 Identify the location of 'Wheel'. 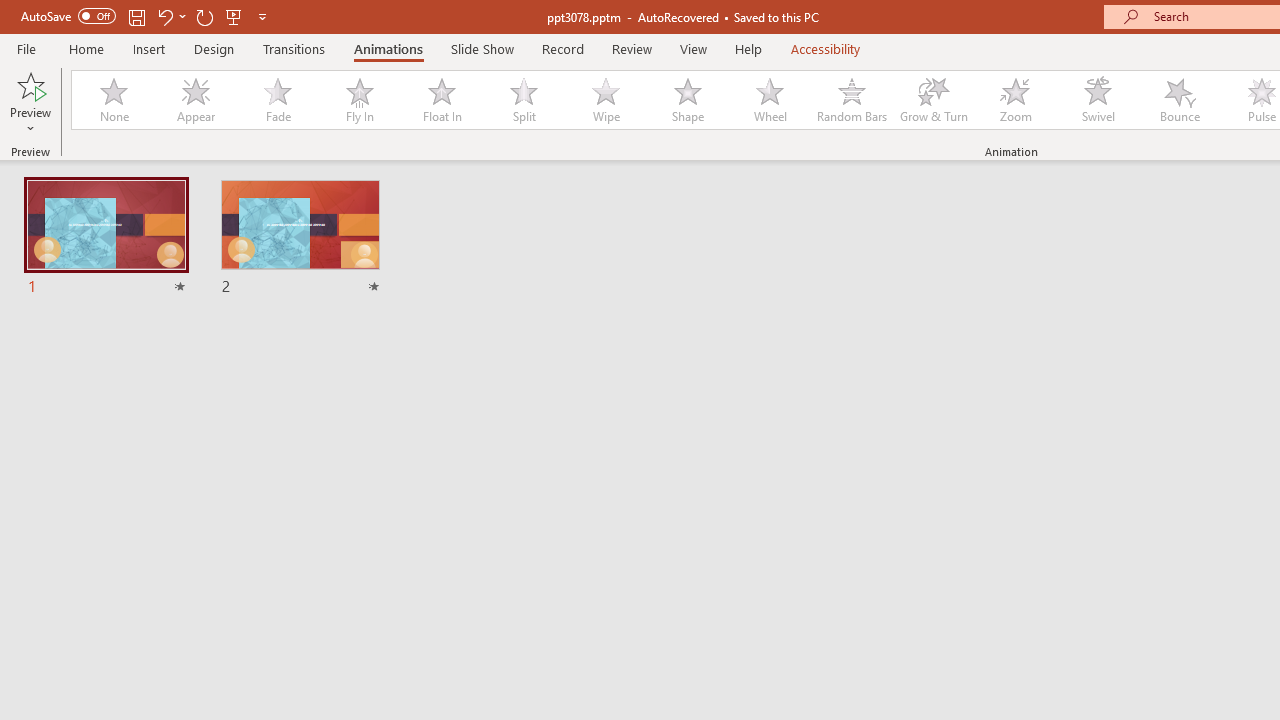
(769, 100).